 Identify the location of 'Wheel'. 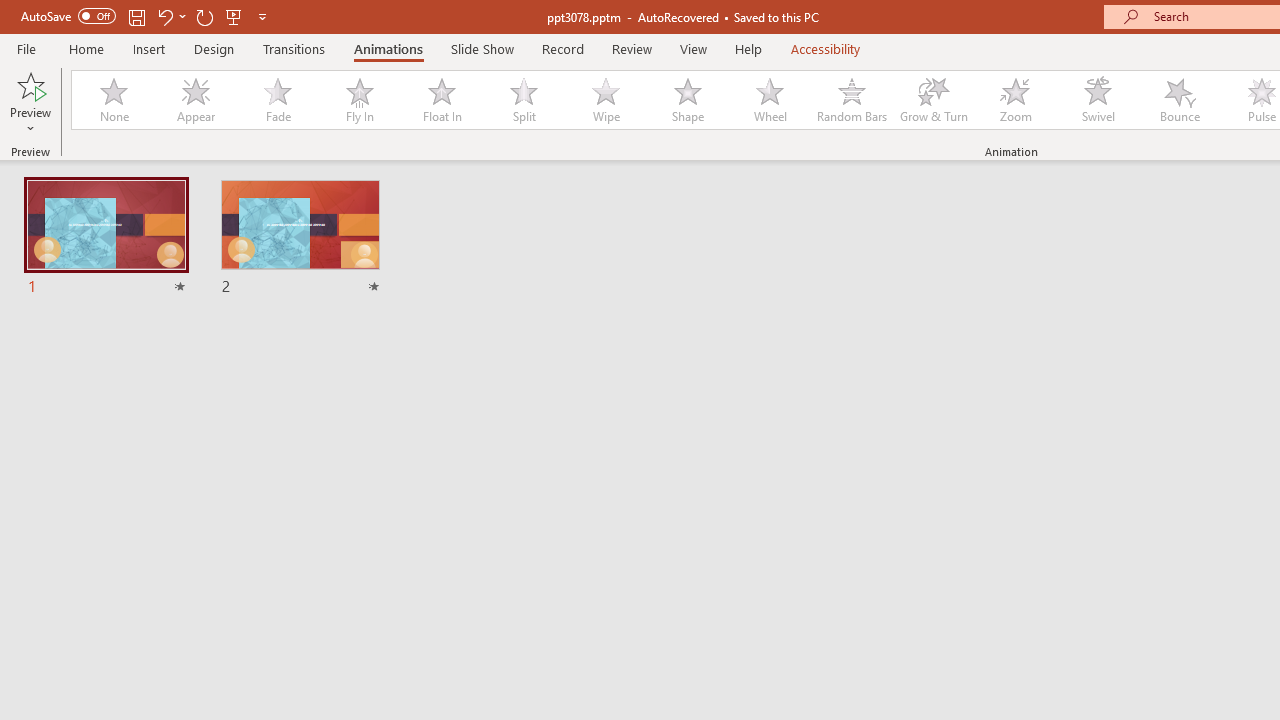
(769, 100).